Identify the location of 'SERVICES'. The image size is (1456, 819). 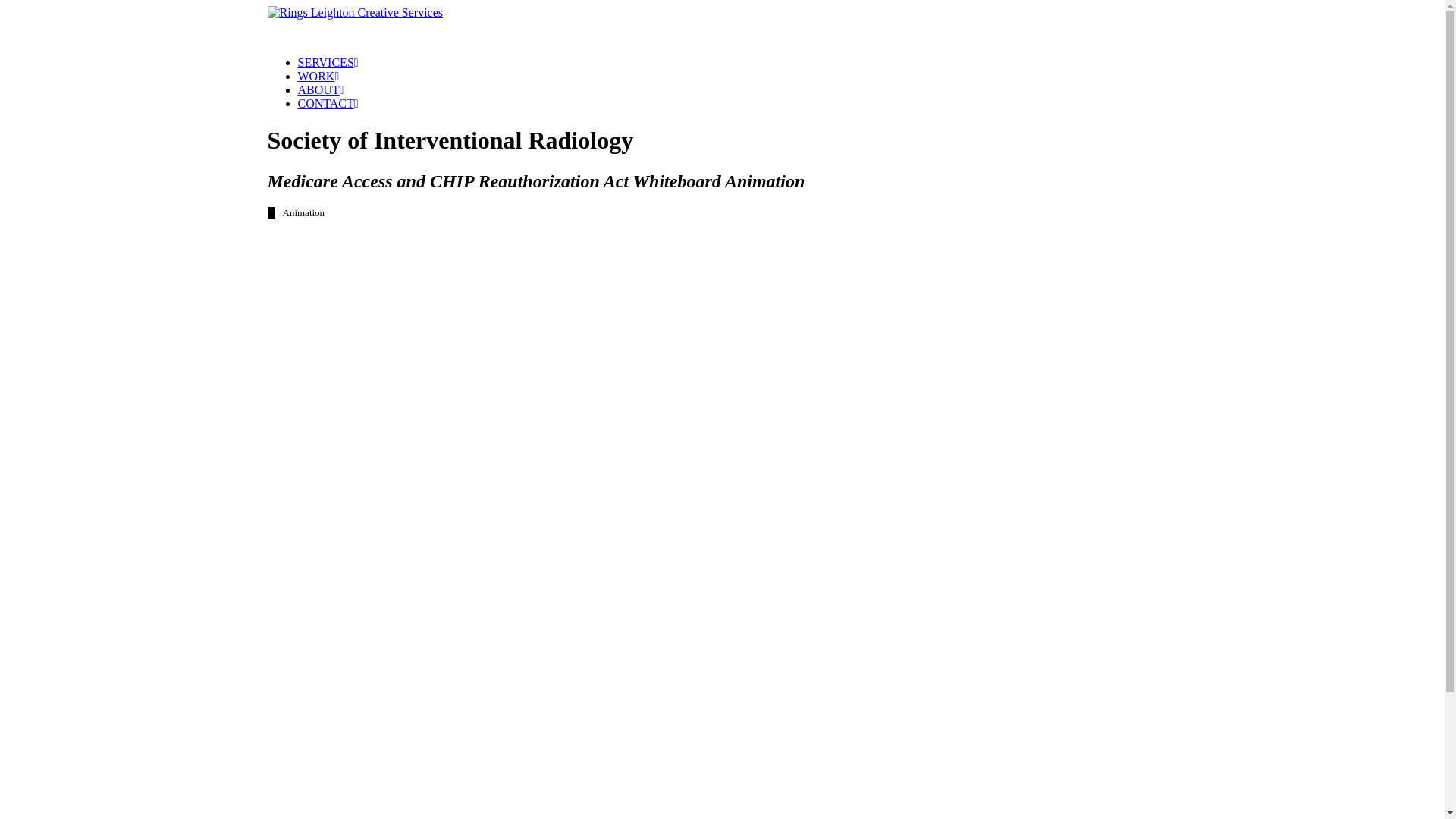
(327, 61).